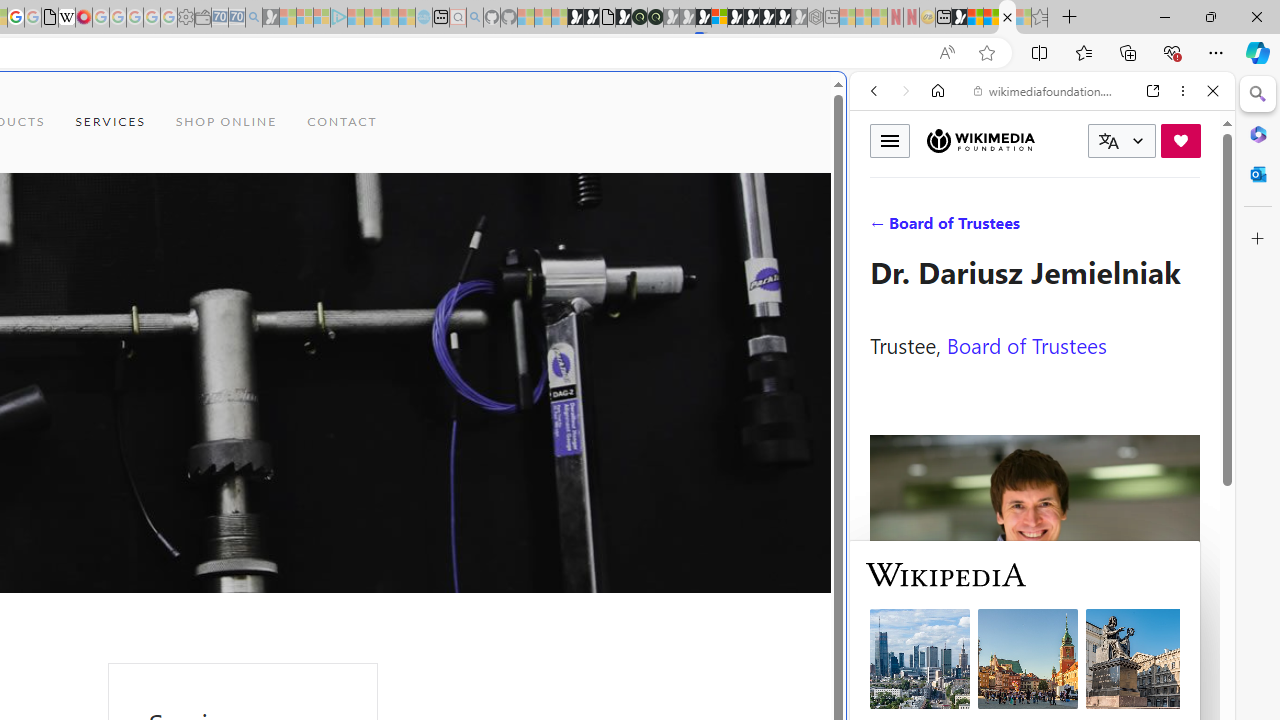 This screenshot has height=720, width=1280. Describe the element at coordinates (889, 139) in the screenshot. I see `'Toggle menu'` at that location.